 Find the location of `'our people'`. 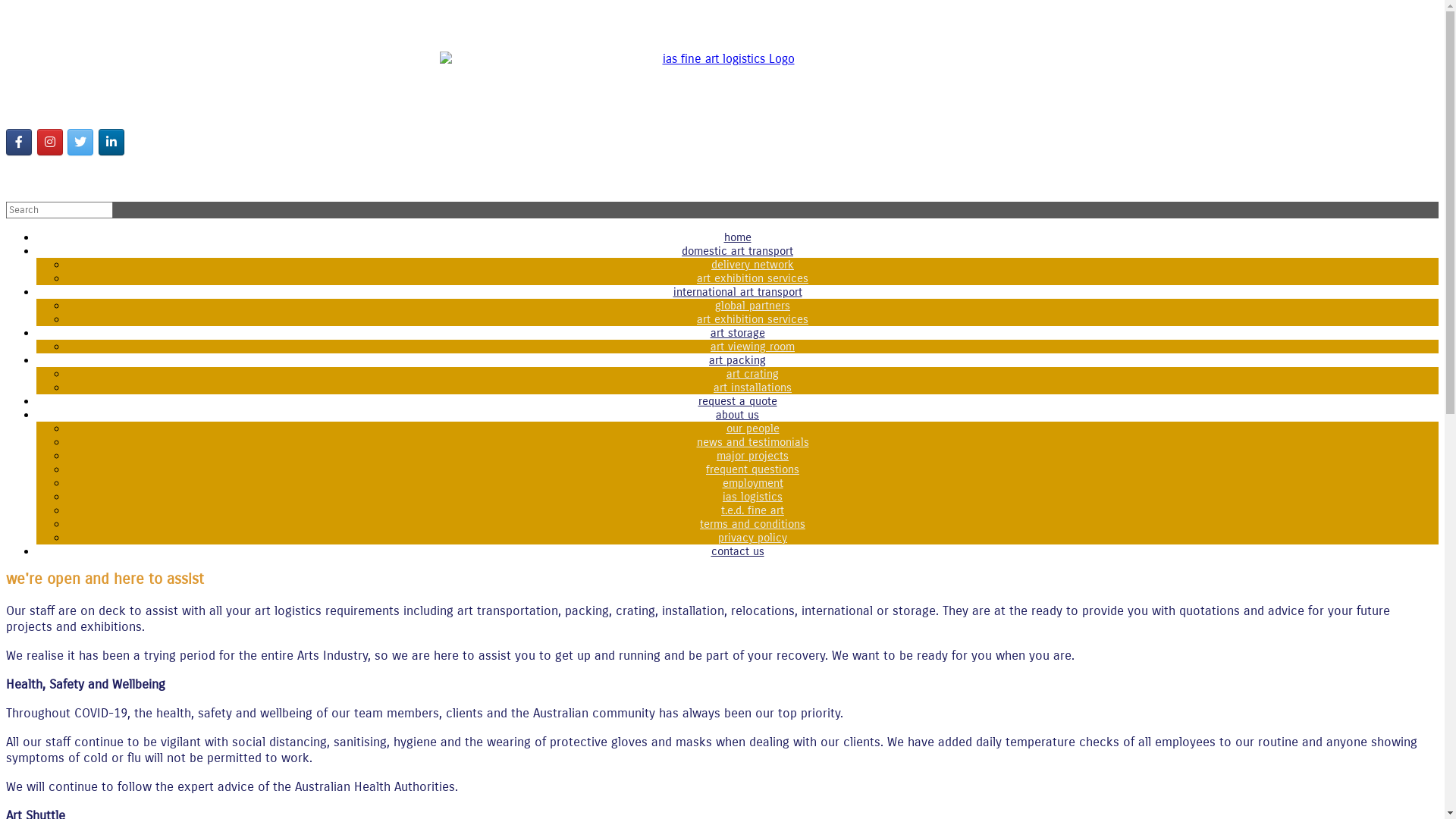

'our people' is located at coordinates (753, 428).